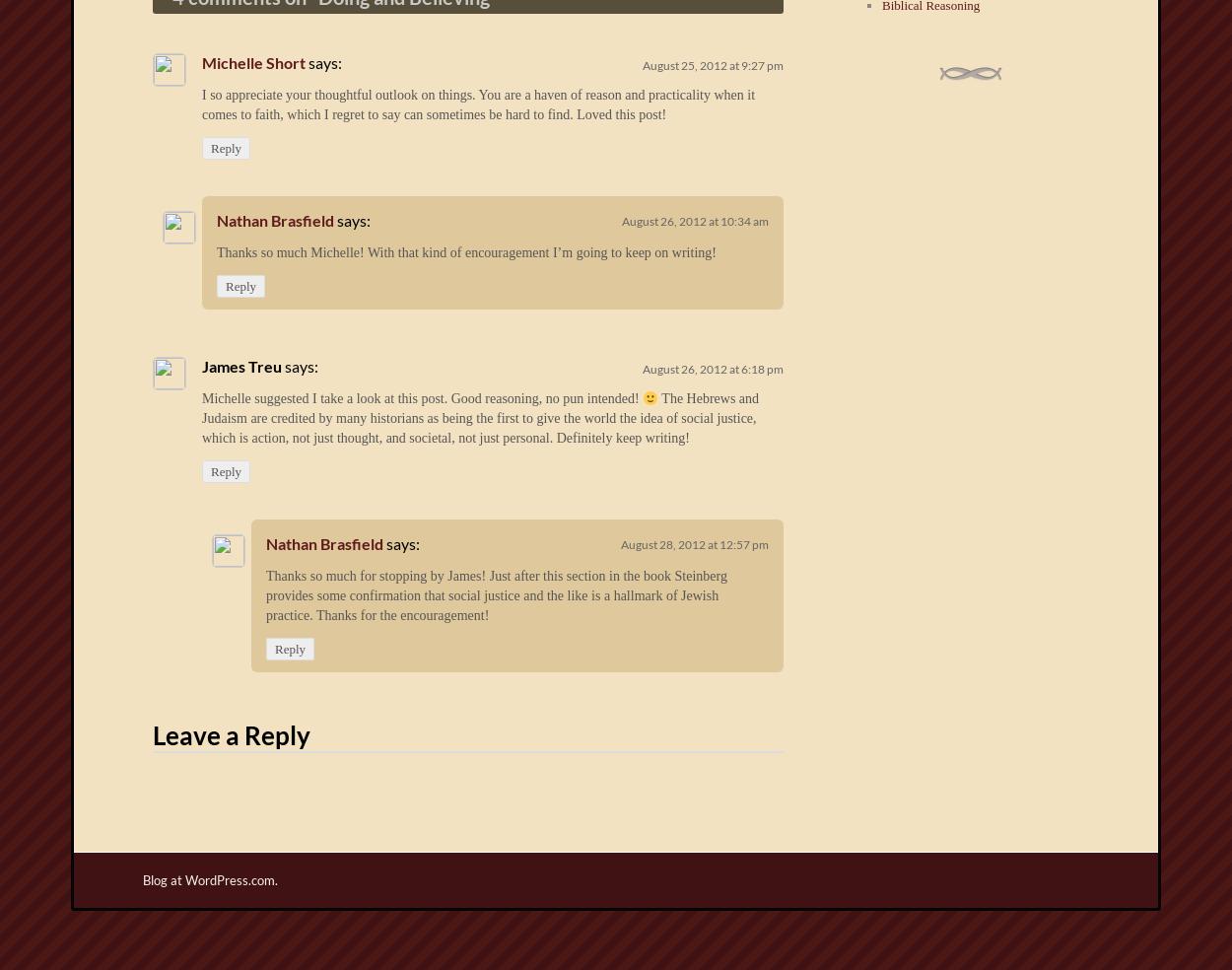 The width and height of the screenshot is (1232, 970). Describe the element at coordinates (712, 369) in the screenshot. I see `'August 26, 2012 at 6:18 pm'` at that location.